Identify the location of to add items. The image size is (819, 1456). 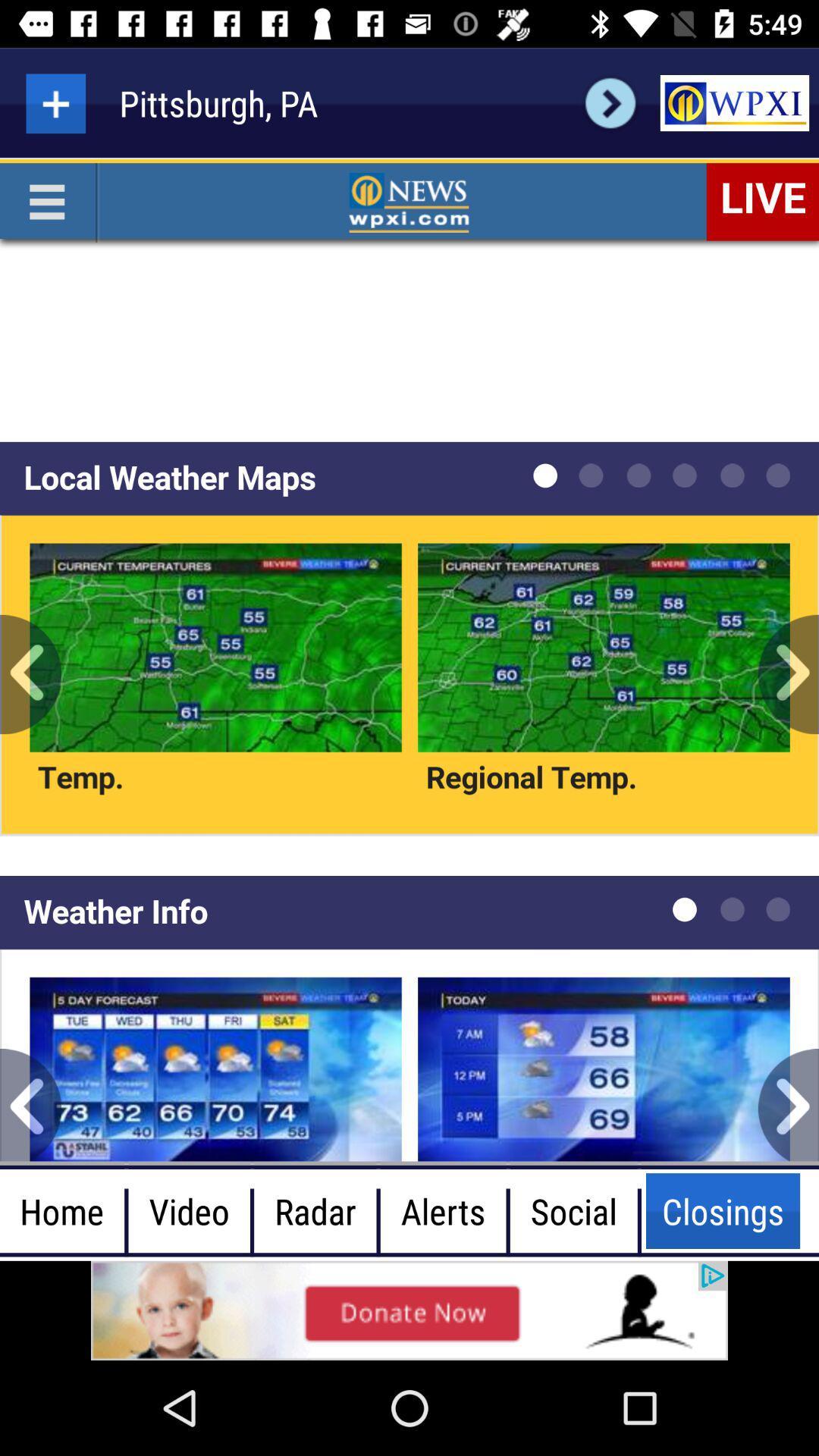
(55, 102).